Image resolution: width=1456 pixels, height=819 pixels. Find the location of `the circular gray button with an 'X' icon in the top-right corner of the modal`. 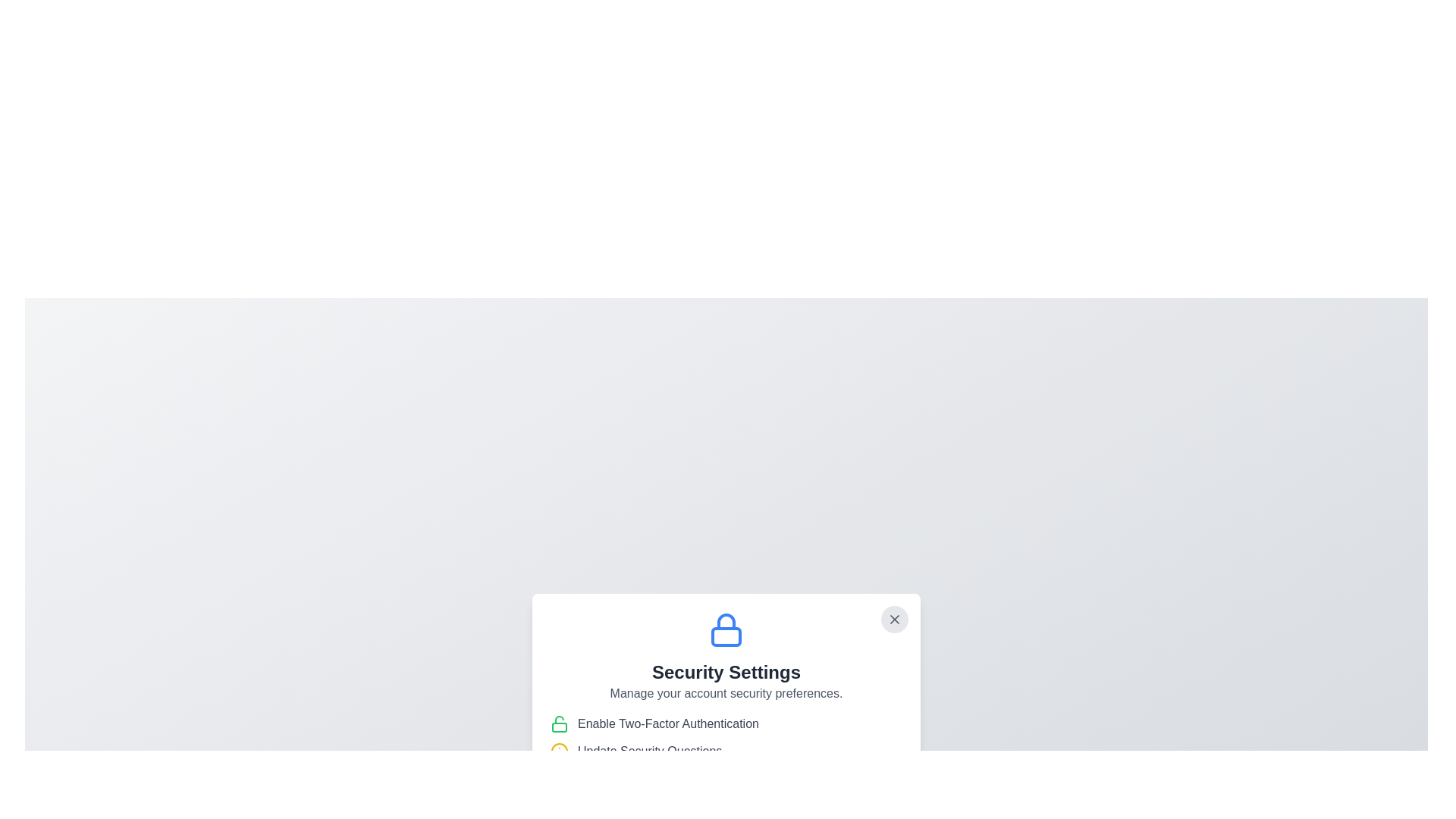

the circular gray button with an 'X' icon in the top-right corner of the modal is located at coordinates (895, 620).